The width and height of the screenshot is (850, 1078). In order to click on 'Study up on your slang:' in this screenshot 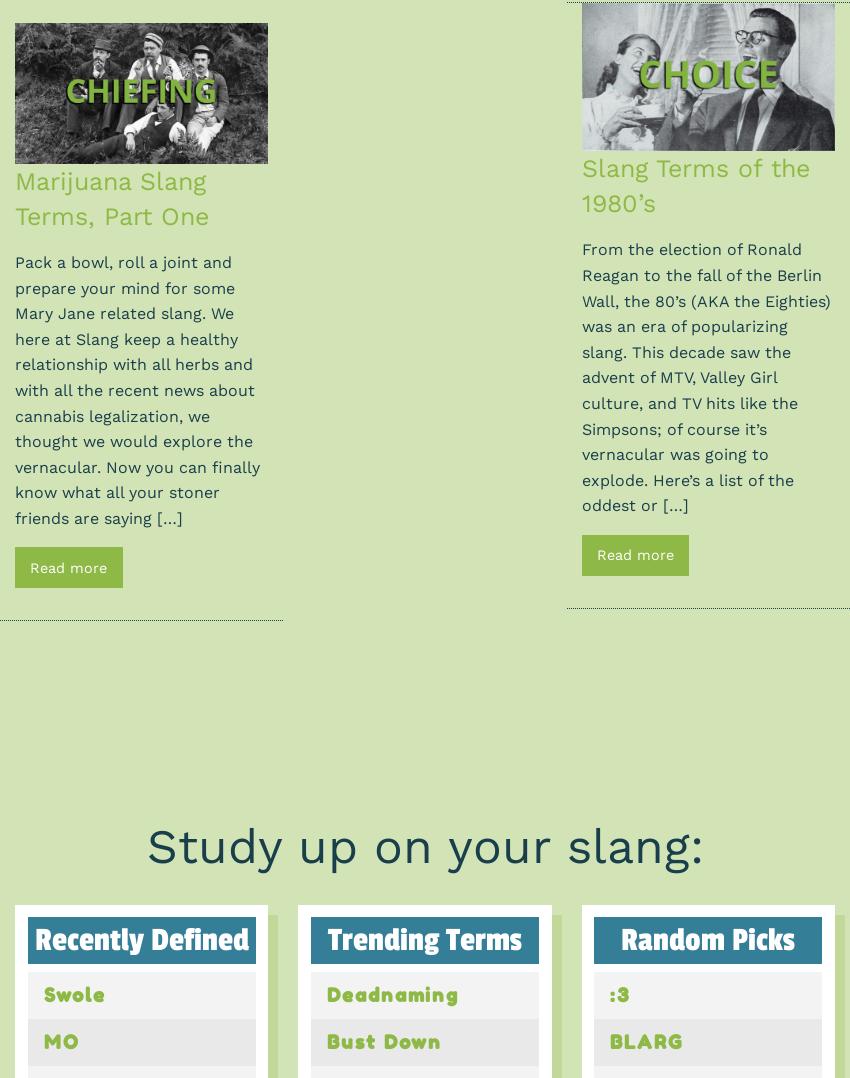, I will do `click(424, 846)`.